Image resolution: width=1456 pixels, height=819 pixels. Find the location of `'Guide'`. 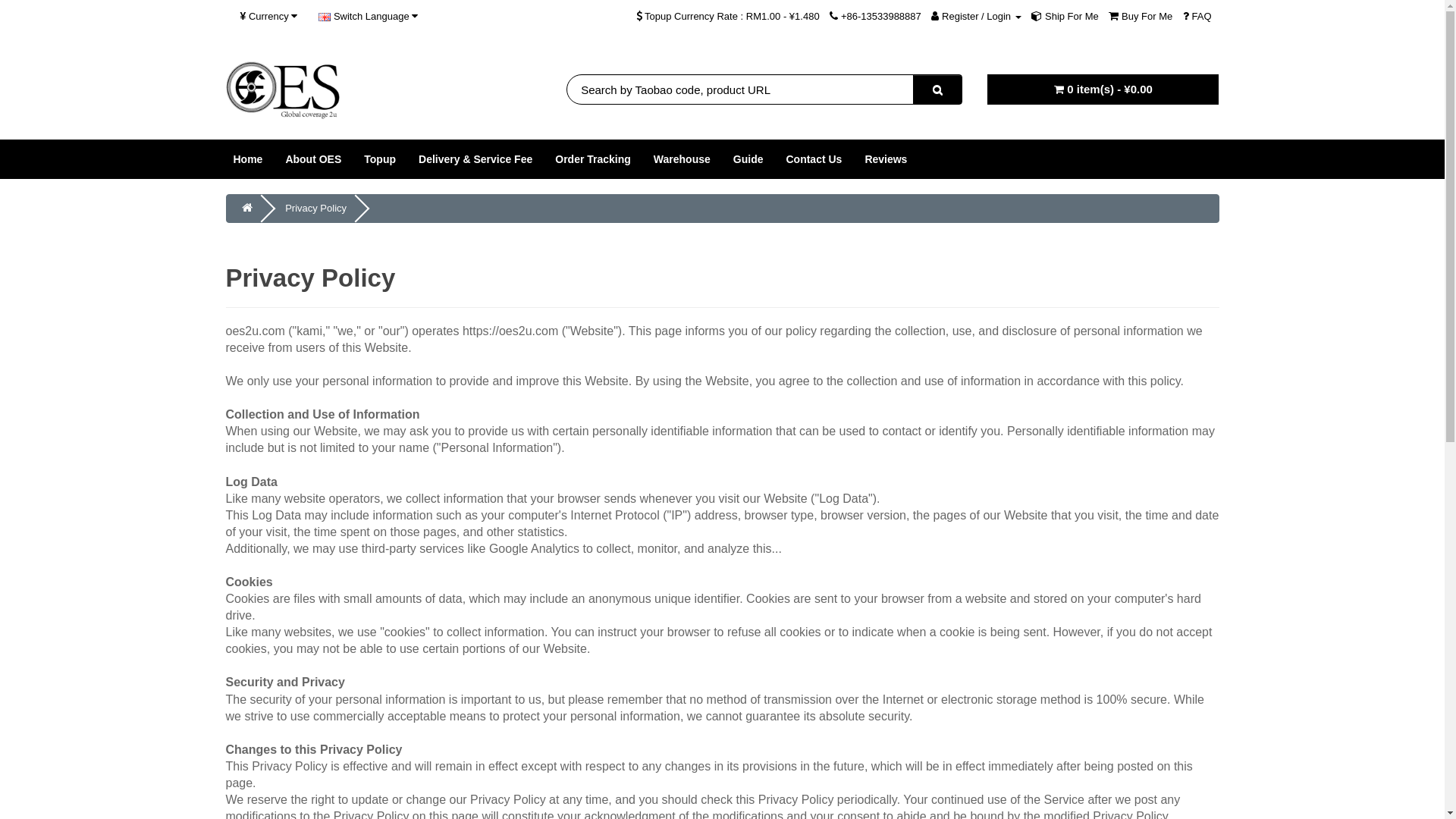

'Guide' is located at coordinates (748, 158).